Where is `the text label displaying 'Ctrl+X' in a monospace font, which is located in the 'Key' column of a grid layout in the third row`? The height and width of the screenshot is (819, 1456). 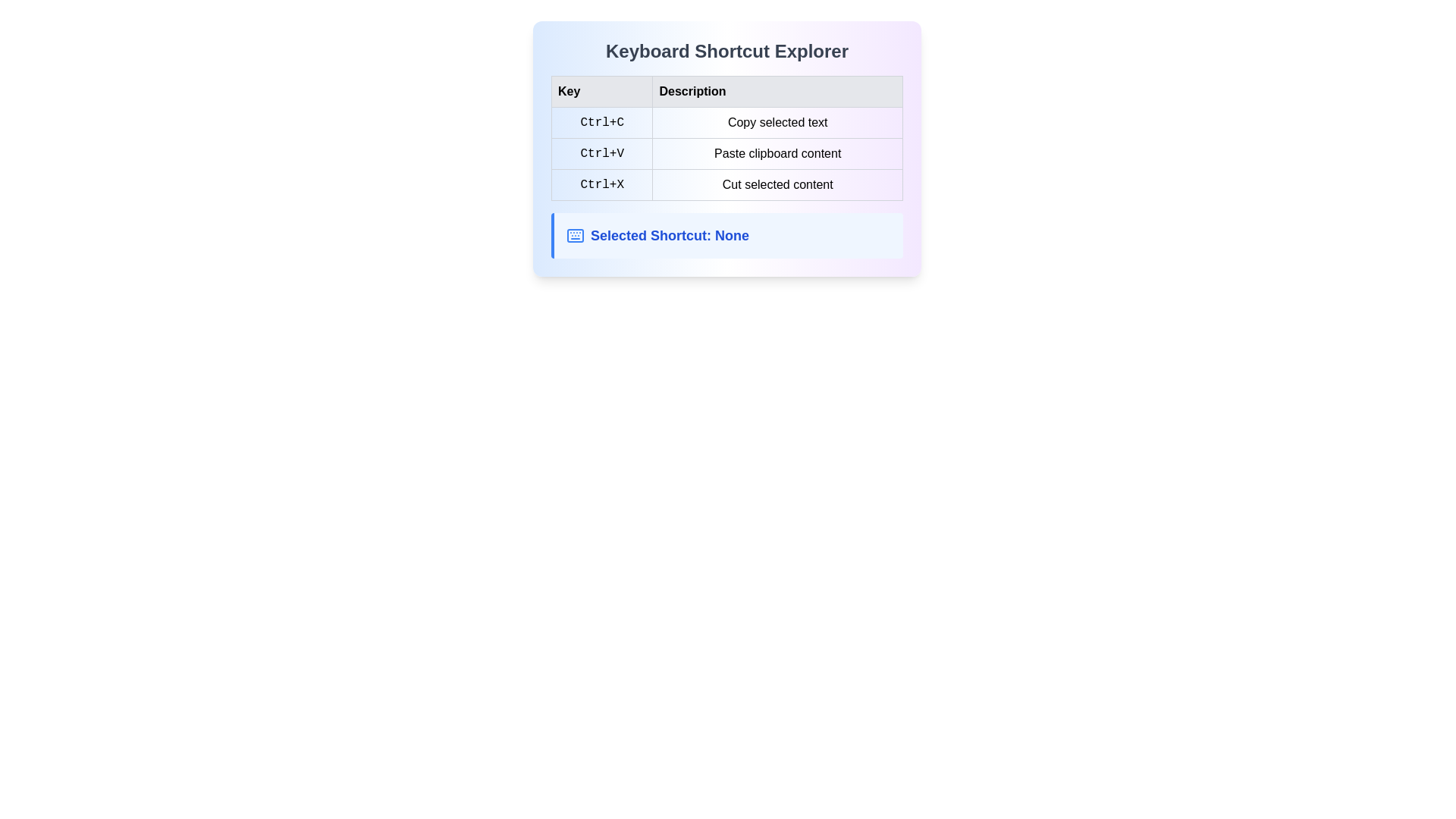
the text label displaying 'Ctrl+X' in a monospace font, which is located in the 'Key' column of a grid layout in the third row is located at coordinates (601, 184).